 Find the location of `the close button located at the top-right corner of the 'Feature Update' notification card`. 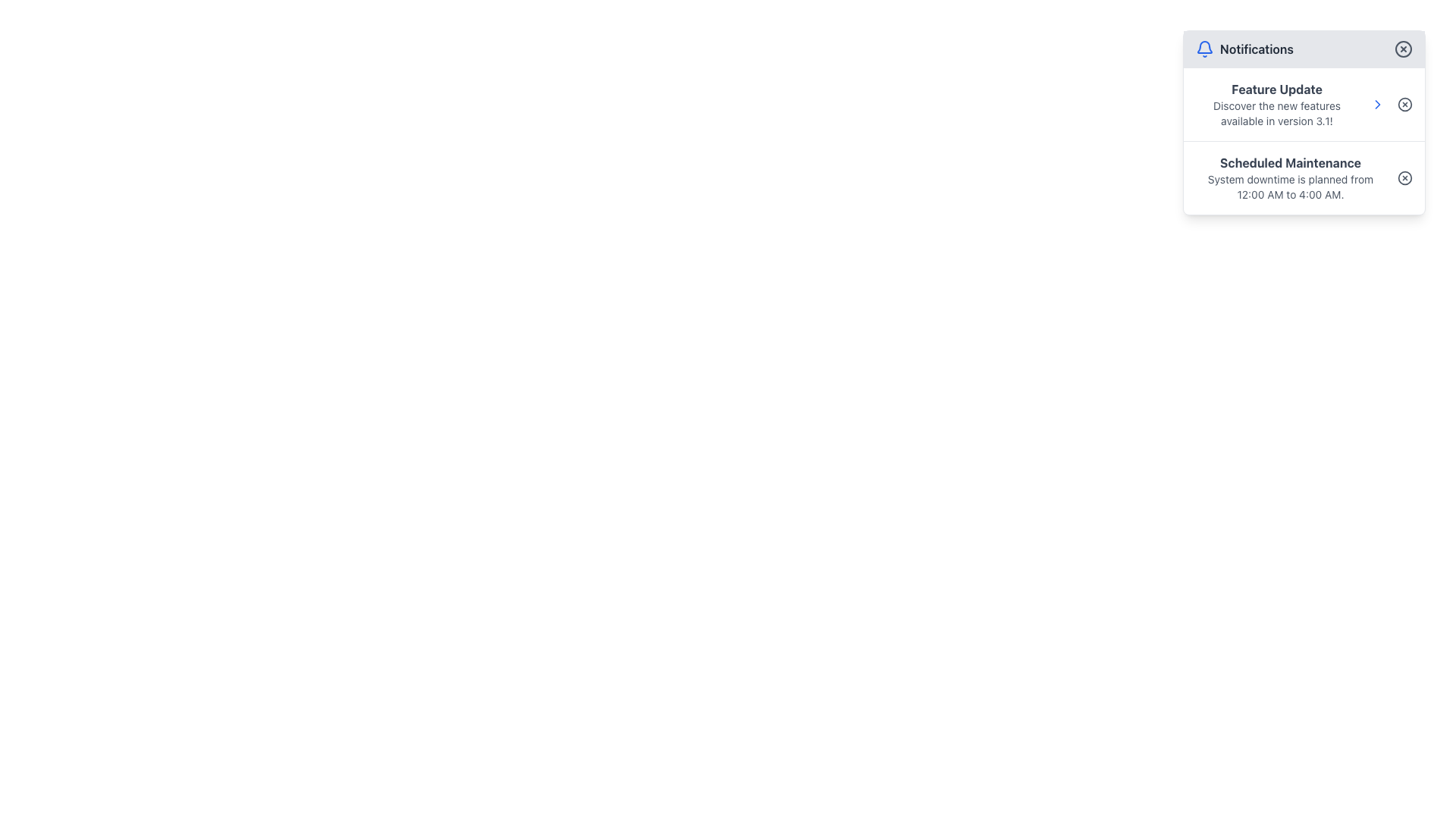

the close button located at the top-right corner of the 'Feature Update' notification card is located at coordinates (1404, 104).